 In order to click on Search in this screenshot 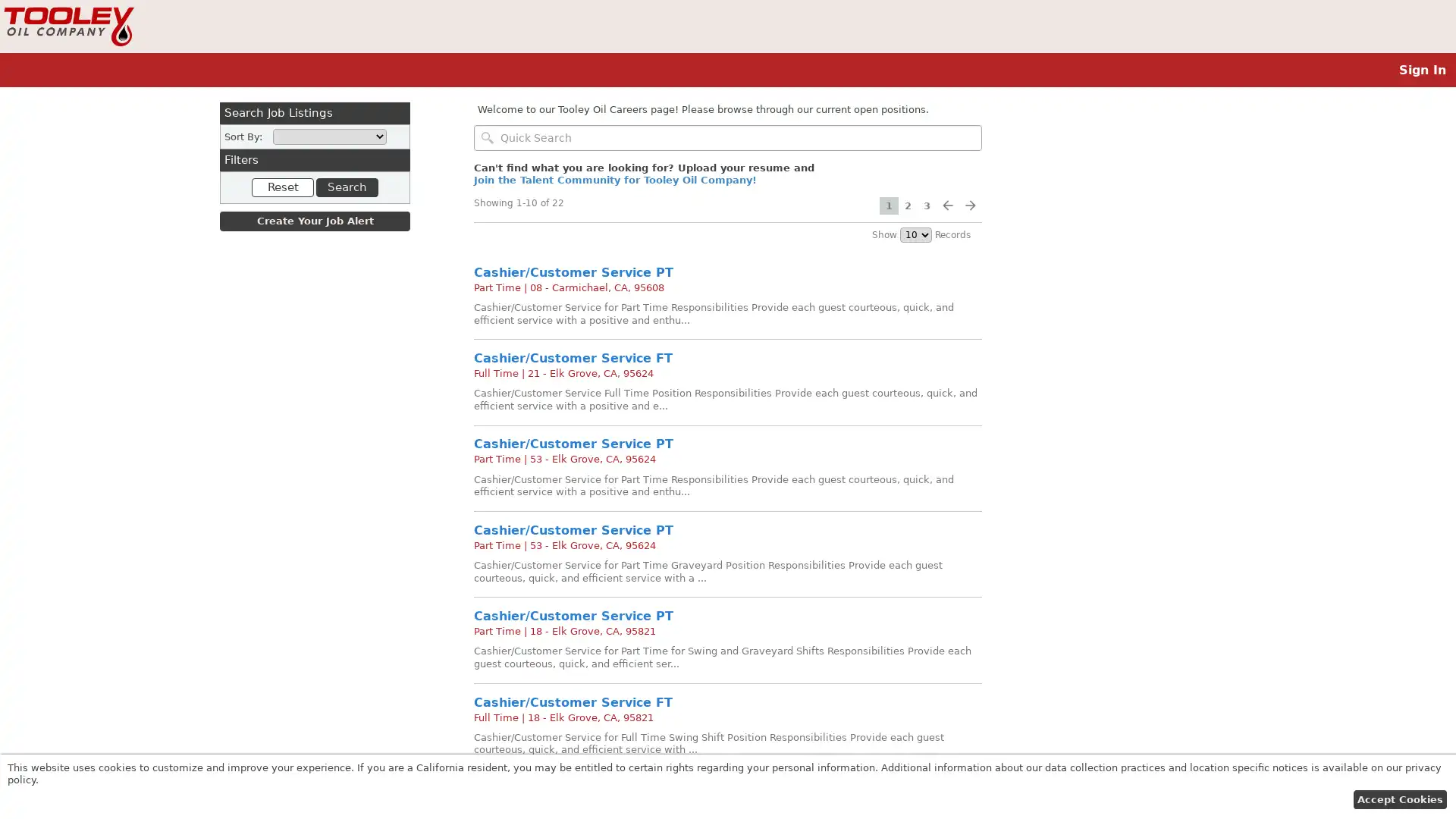, I will do `click(345, 186)`.